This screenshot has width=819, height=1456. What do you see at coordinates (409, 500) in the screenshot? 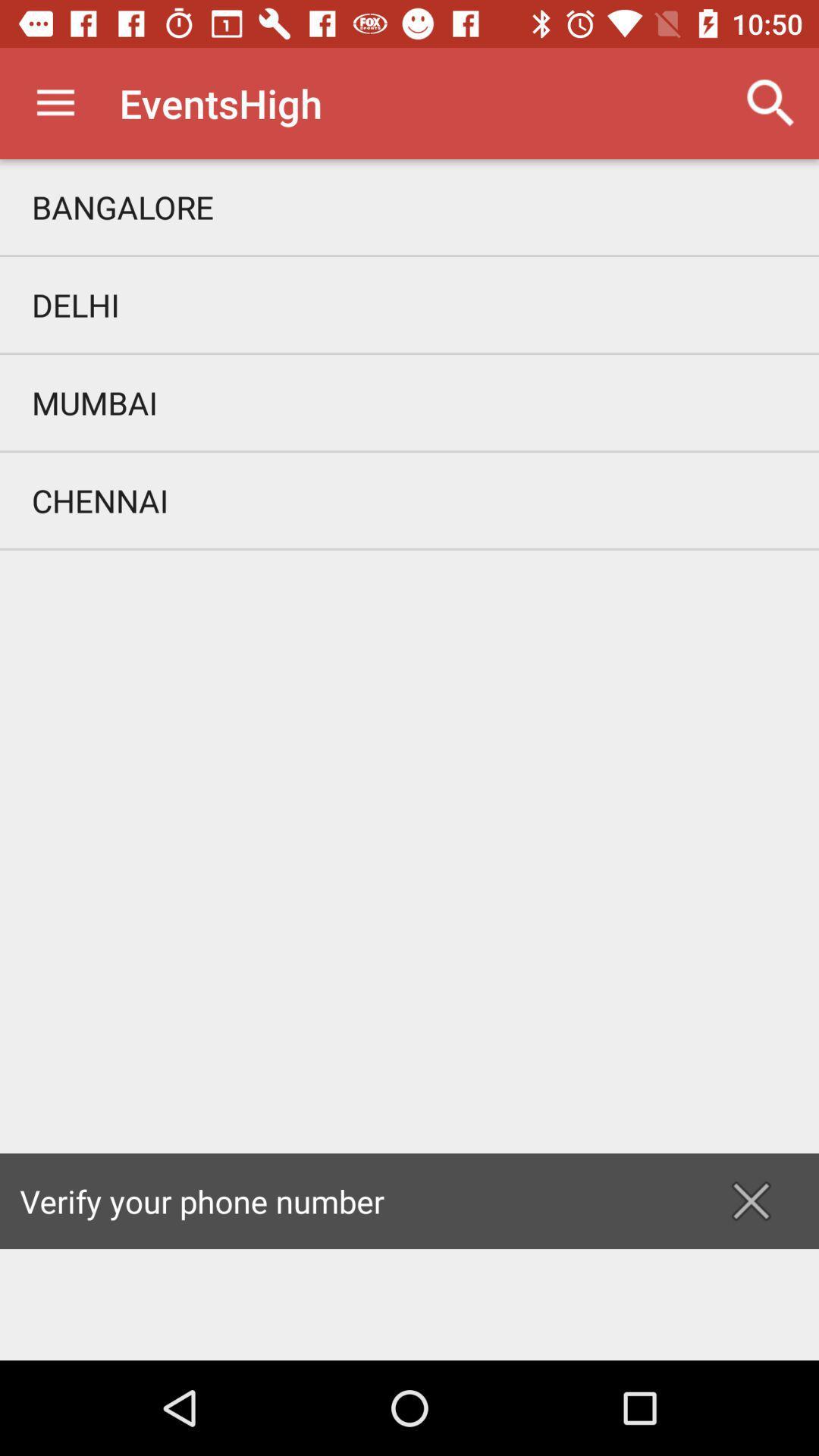
I see `chennai item` at bounding box center [409, 500].